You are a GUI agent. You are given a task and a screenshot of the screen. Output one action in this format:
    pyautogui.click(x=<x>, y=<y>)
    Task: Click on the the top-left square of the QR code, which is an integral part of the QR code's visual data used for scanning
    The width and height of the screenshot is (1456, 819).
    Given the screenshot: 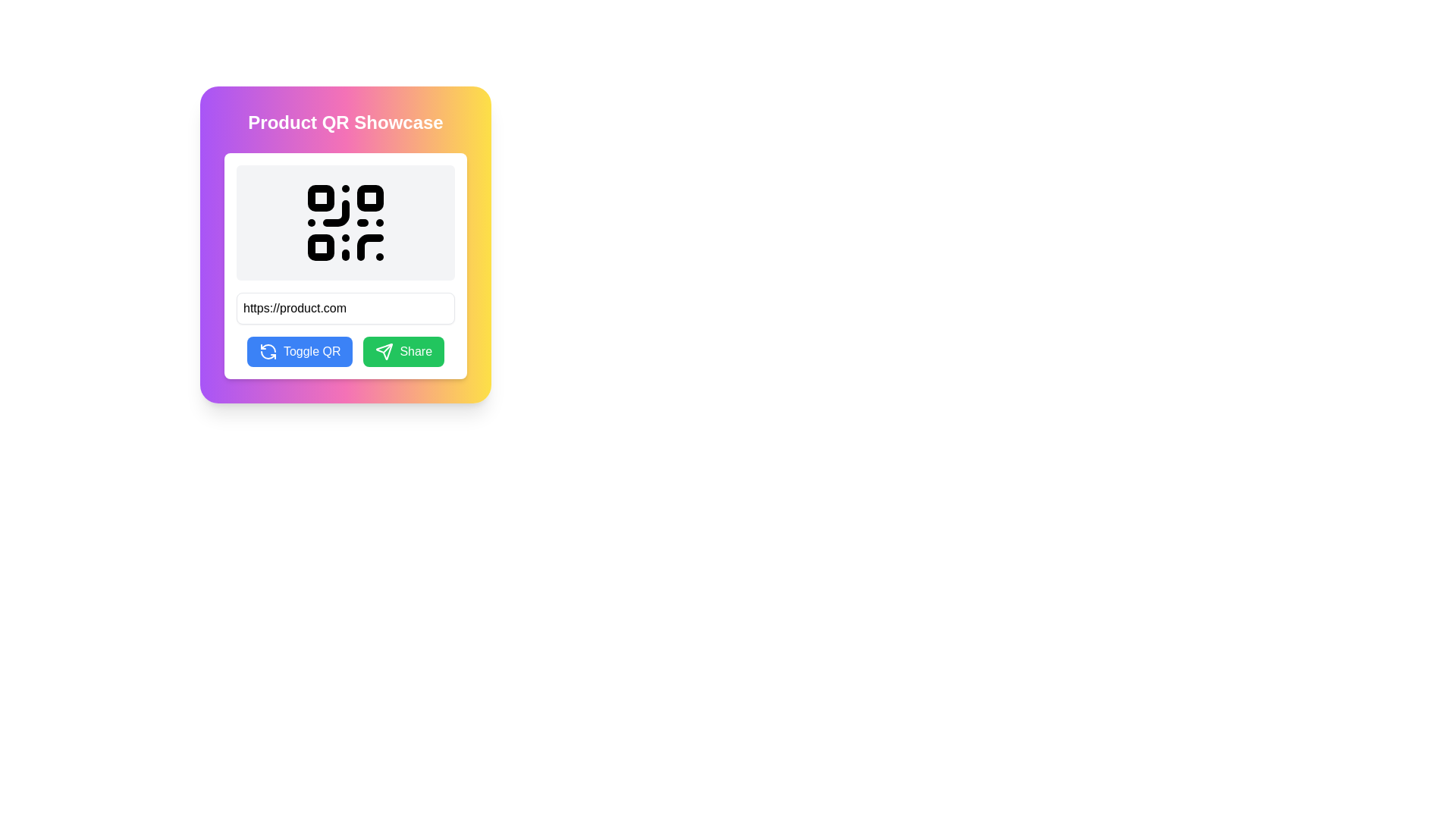 What is the action you would take?
    pyautogui.click(x=320, y=197)
    